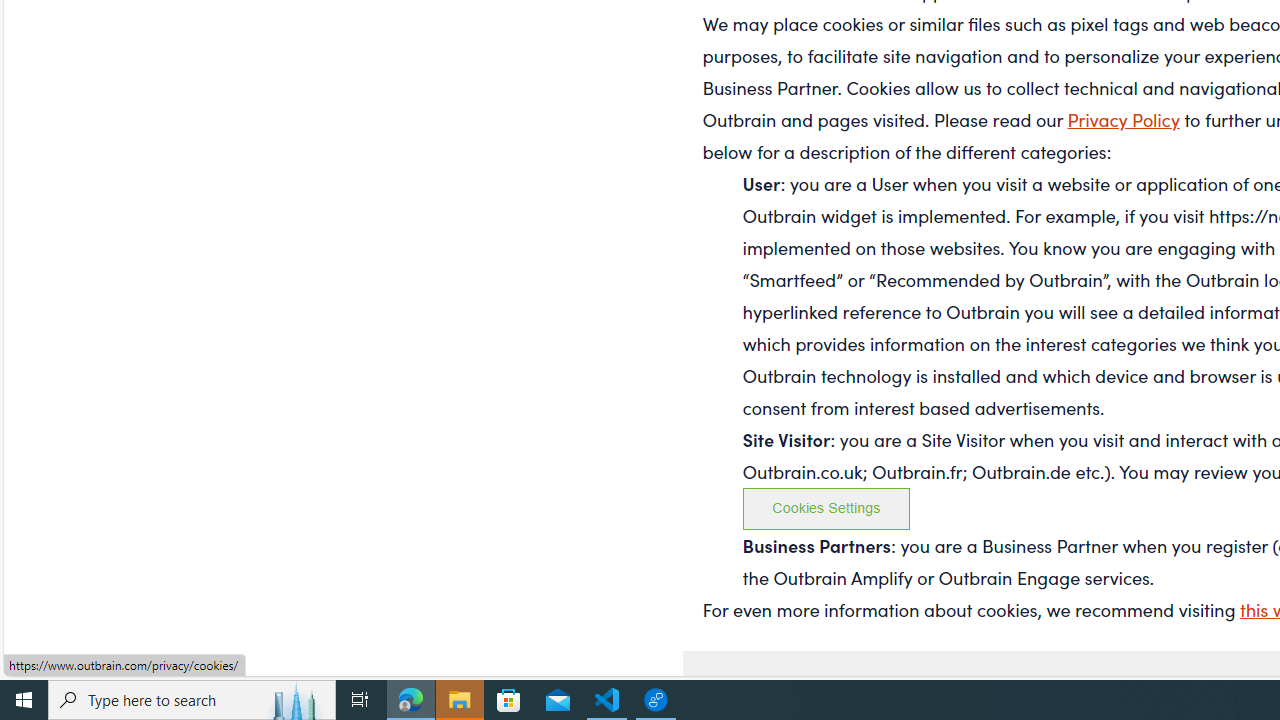  Describe the element at coordinates (826, 508) in the screenshot. I see `'Cookies Settings'` at that location.